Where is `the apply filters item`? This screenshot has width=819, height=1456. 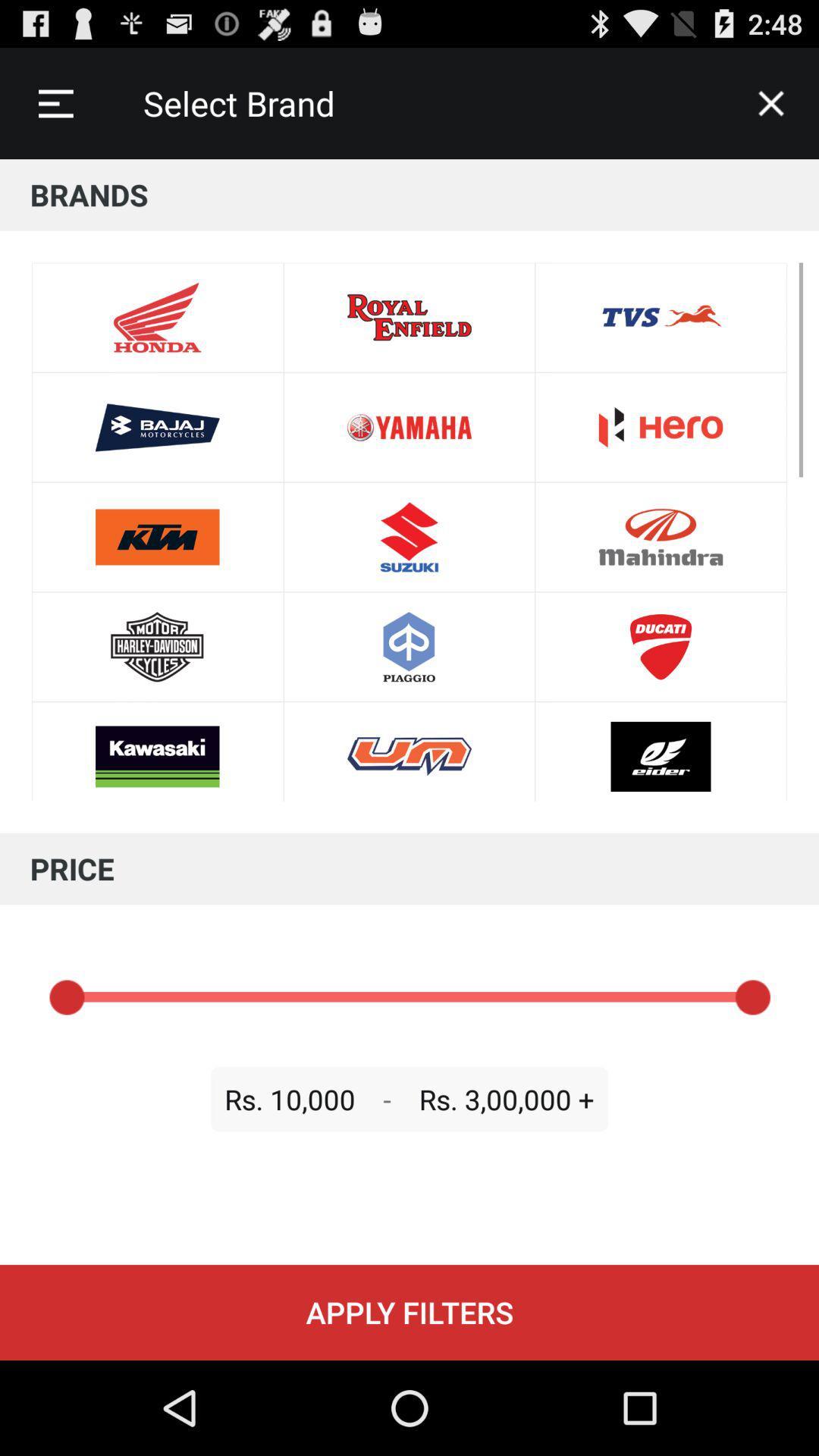
the apply filters item is located at coordinates (409, 1312).